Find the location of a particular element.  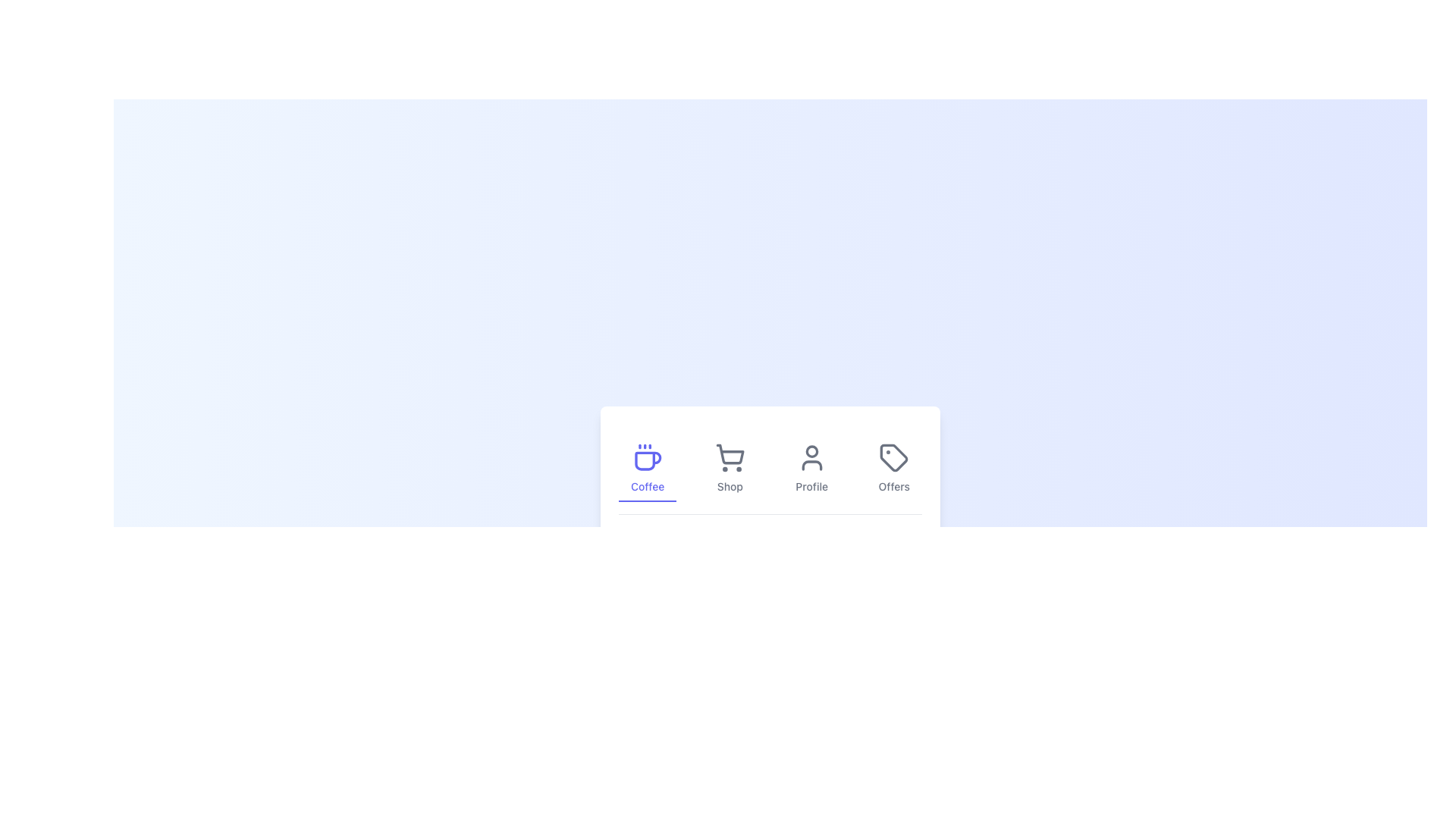

the 'Shop' label, which is a text label styled with a small font size and medium weight, located below a shopping cart icon in the second position of a horizontal navigation bar is located at coordinates (730, 486).